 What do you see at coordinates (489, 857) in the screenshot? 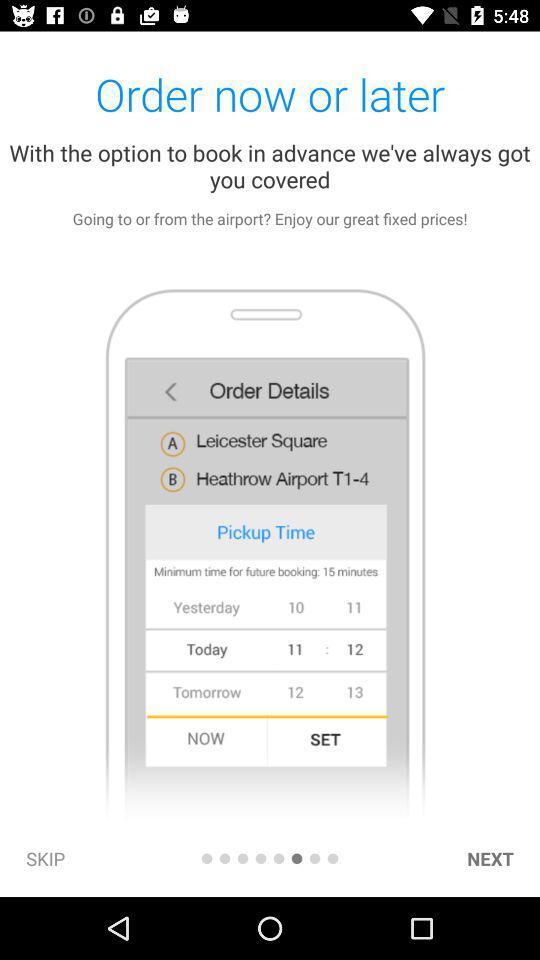
I see `the next icon` at bounding box center [489, 857].